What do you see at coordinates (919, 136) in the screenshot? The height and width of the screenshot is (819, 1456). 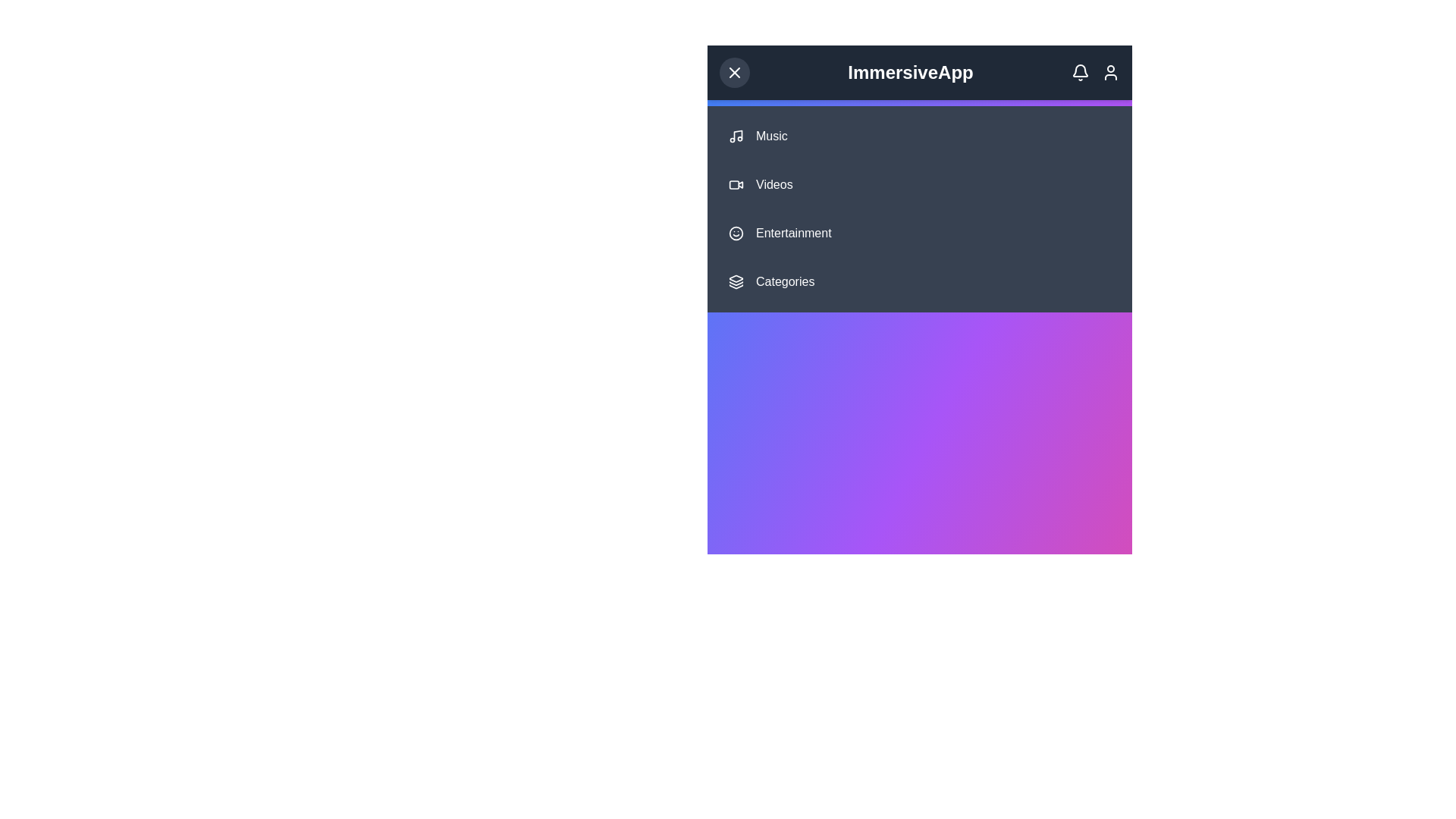 I see `the 'Music' menu item` at bounding box center [919, 136].